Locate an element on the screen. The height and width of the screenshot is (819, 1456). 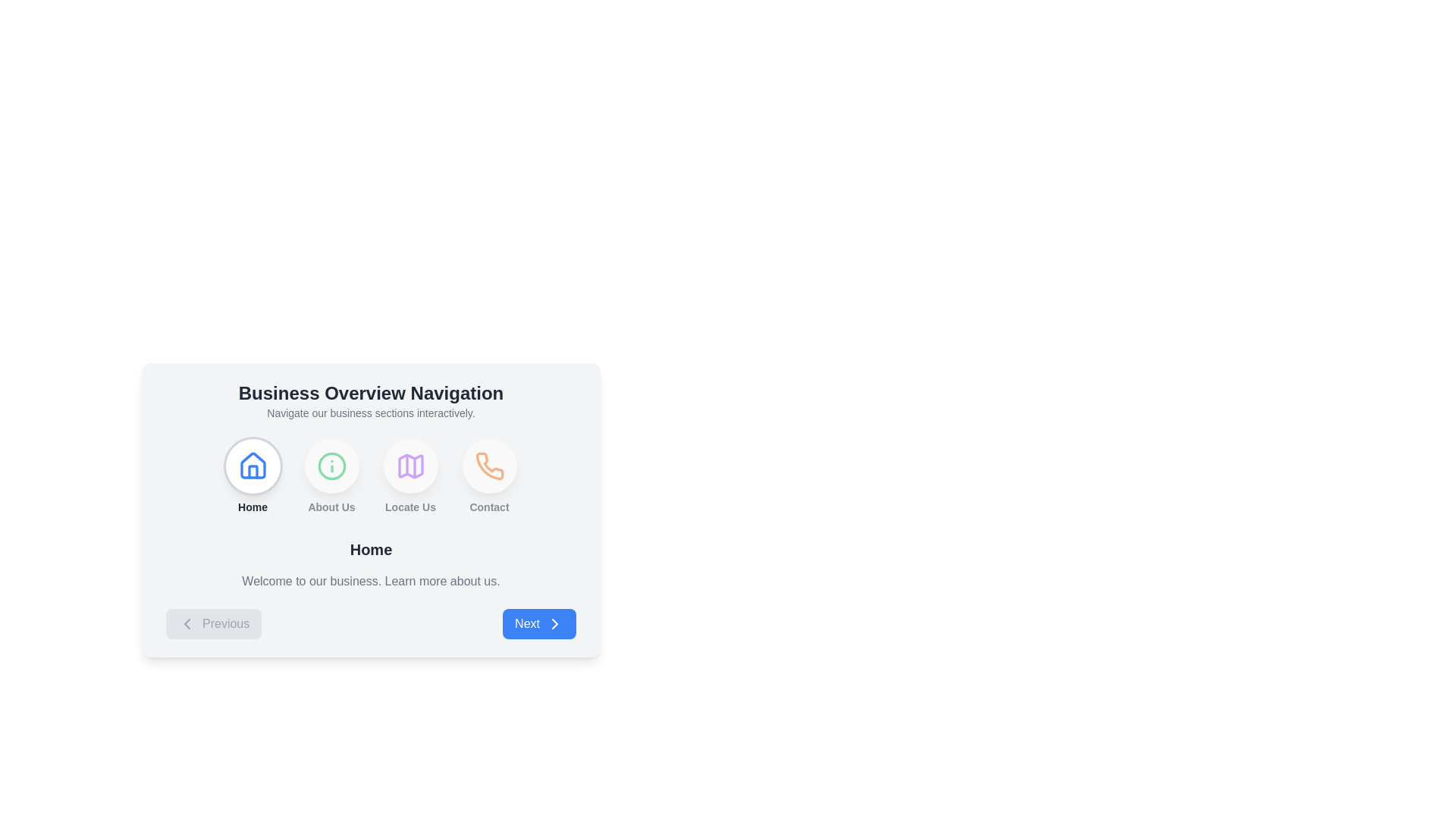
the circular icon with a white background, green border, and information symbol ('i') in the 'About Us' section of the navigation is located at coordinates (331, 465).